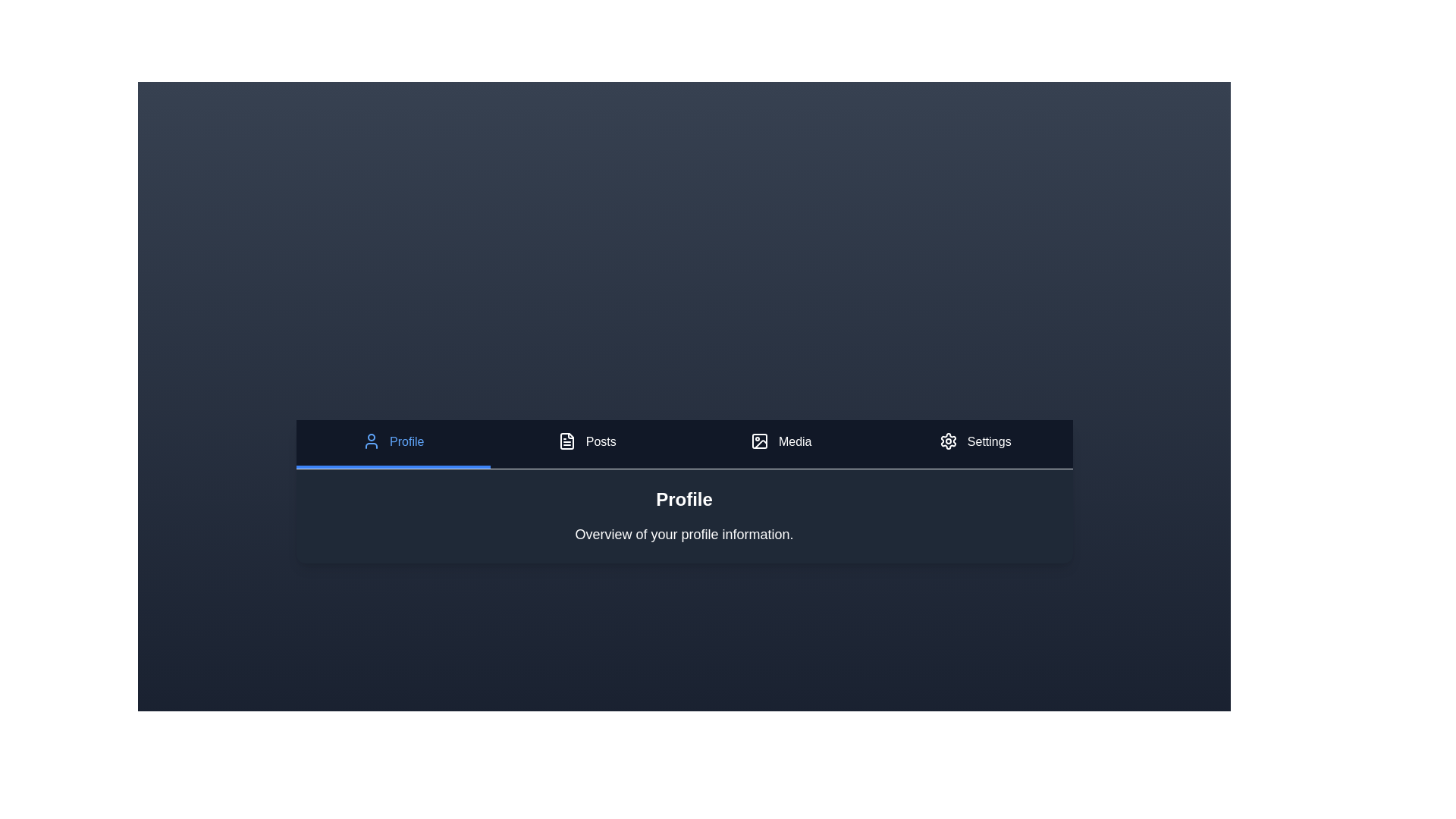 This screenshot has height=819, width=1456. Describe the element at coordinates (975, 444) in the screenshot. I see `the tab corresponding to Settings to display its content` at that location.